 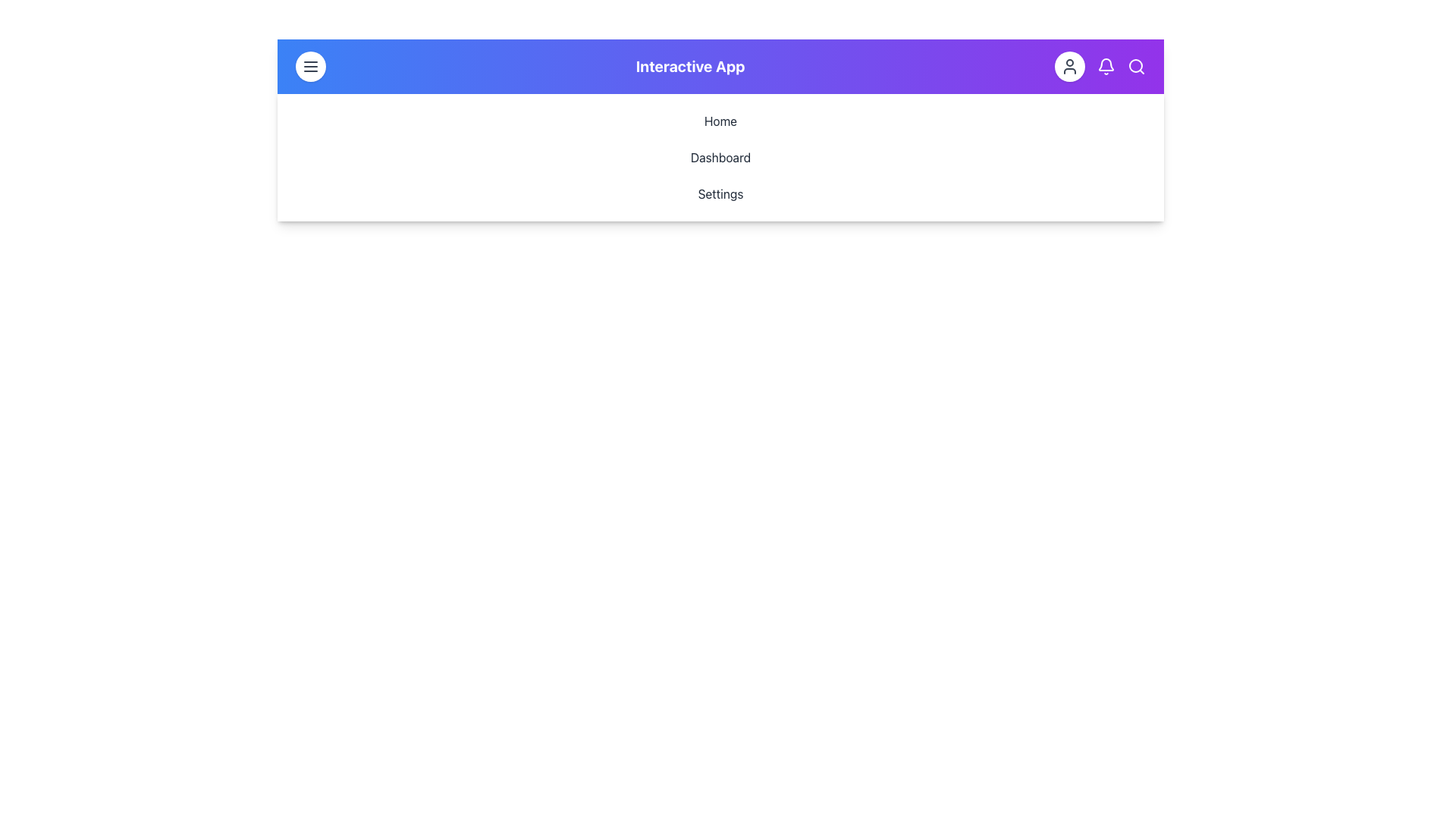 I want to click on the second item in the vertical navigation menu, labeled as 'Dashboard', so click(x=720, y=158).